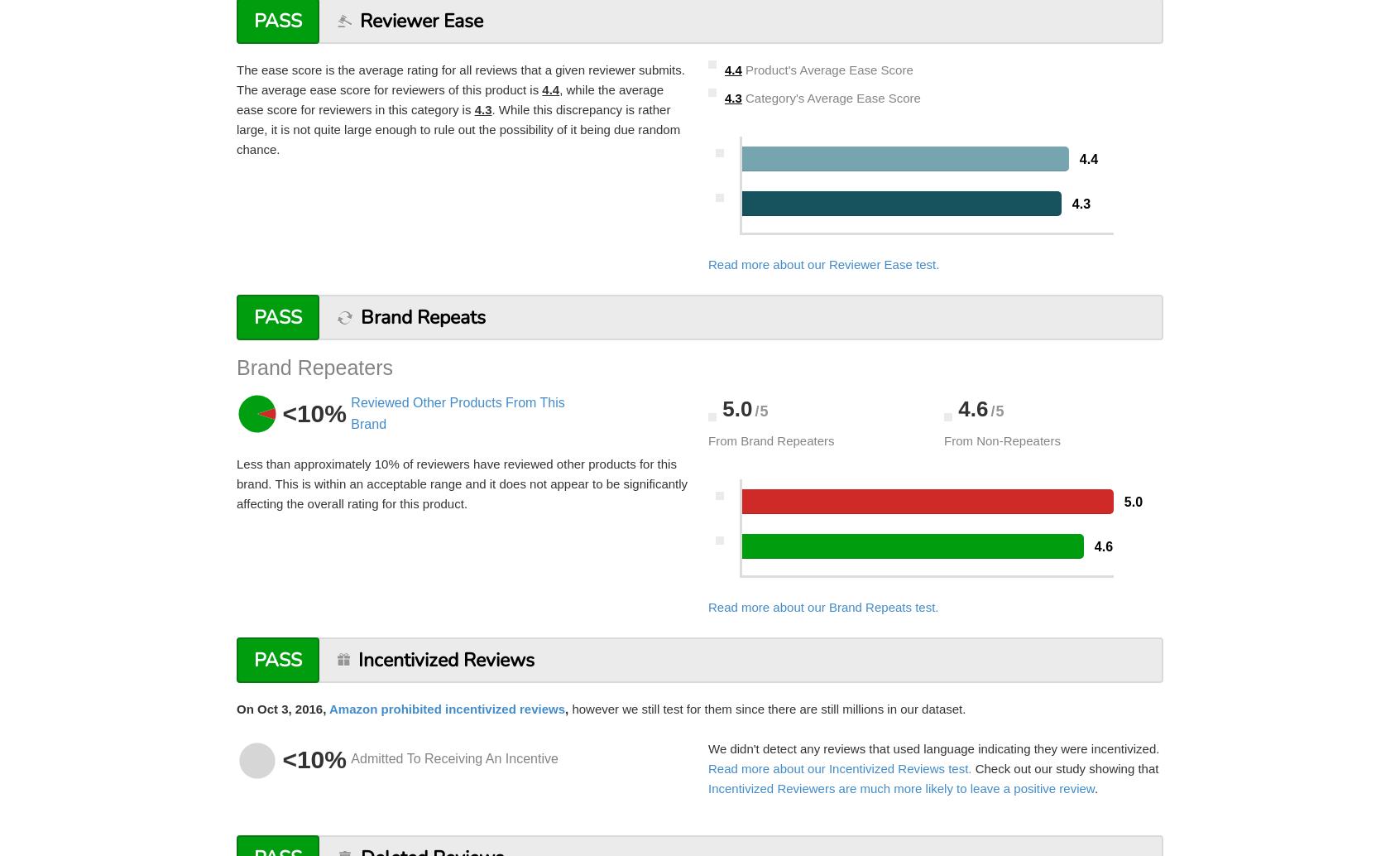 The width and height of the screenshot is (1400, 856). What do you see at coordinates (235, 366) in the screenshot?
I see `'Brand Repeaters'` at bounding box center [235, 366].